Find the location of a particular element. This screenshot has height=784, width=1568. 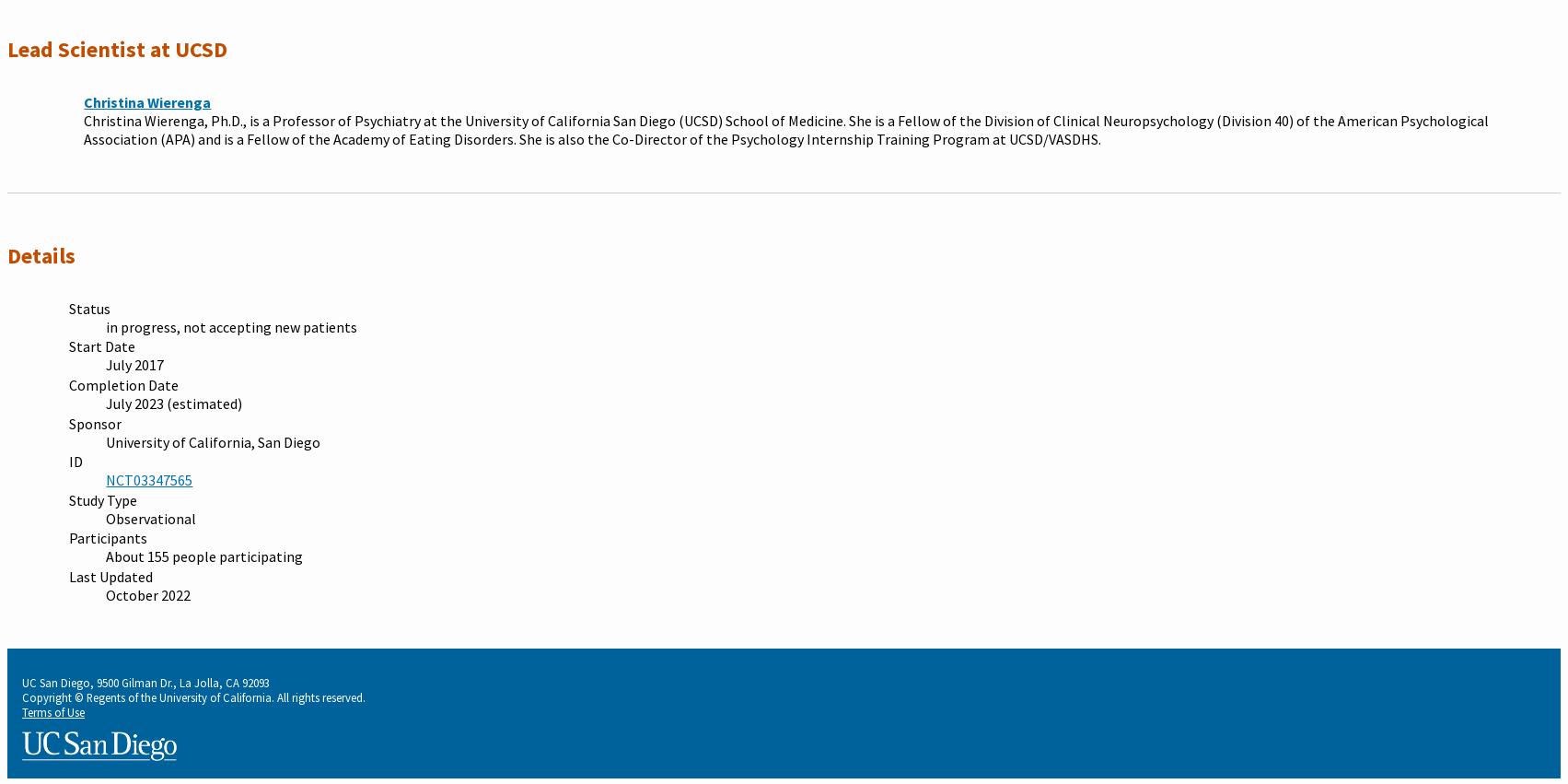

'Observational' is located at coordinates (105, 517).